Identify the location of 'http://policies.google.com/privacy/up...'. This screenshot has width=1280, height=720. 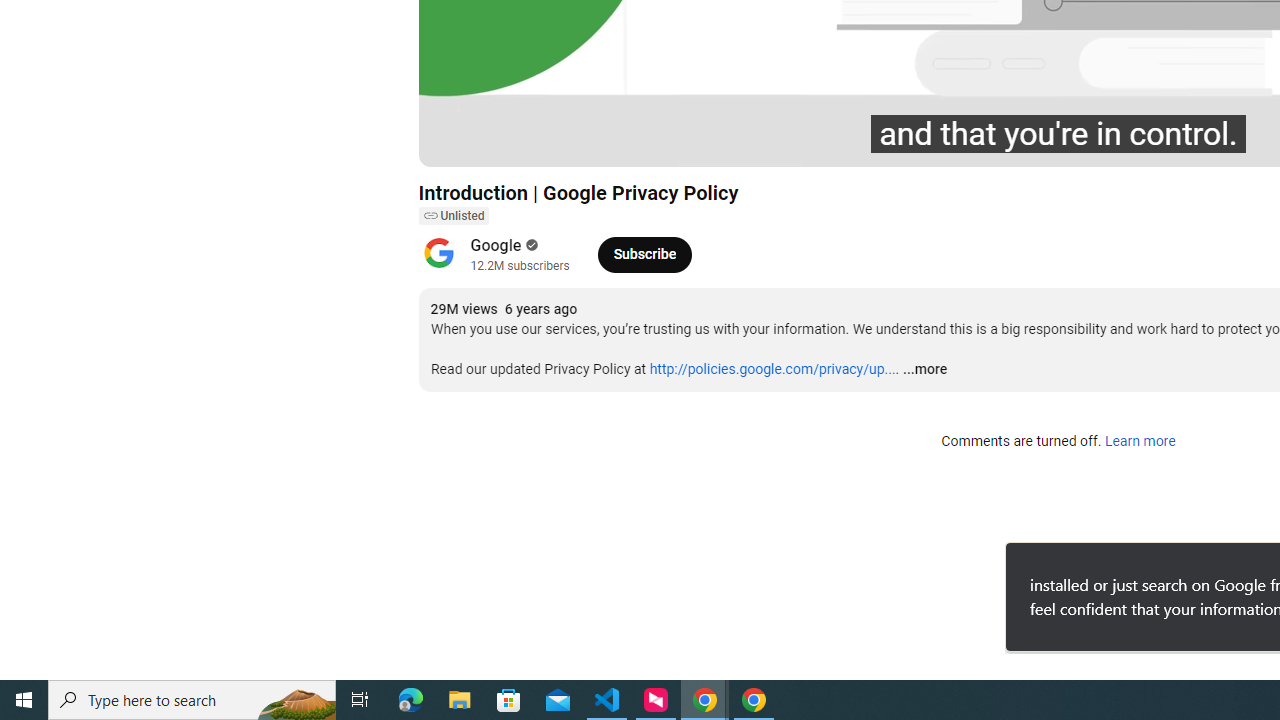
(771, 369).